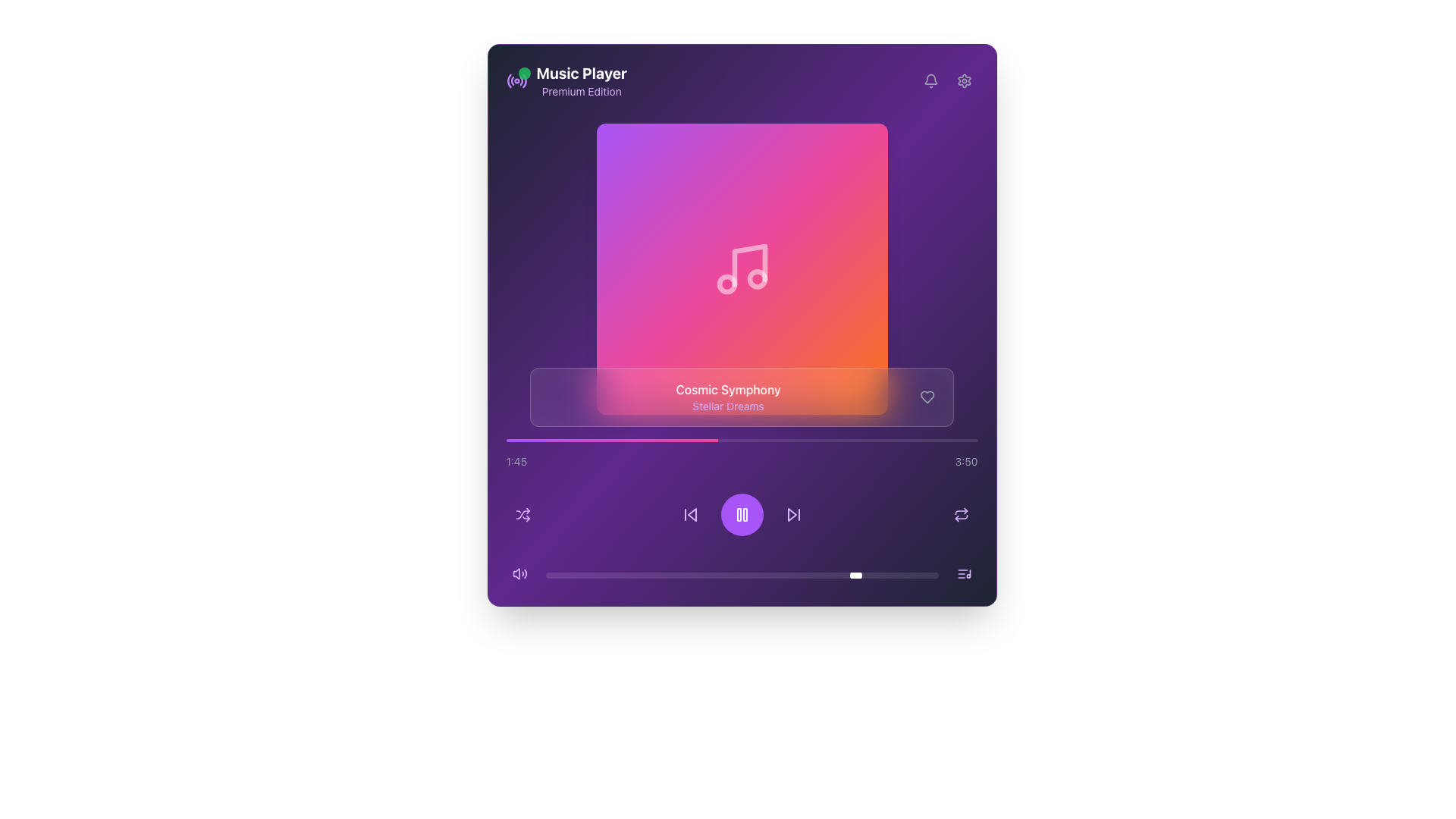  What do you see at coordinates (691, 513) in the screenshot?
I see `the left-pointing triangular icon in the bottom control panel` at bounding box center [691, 513].